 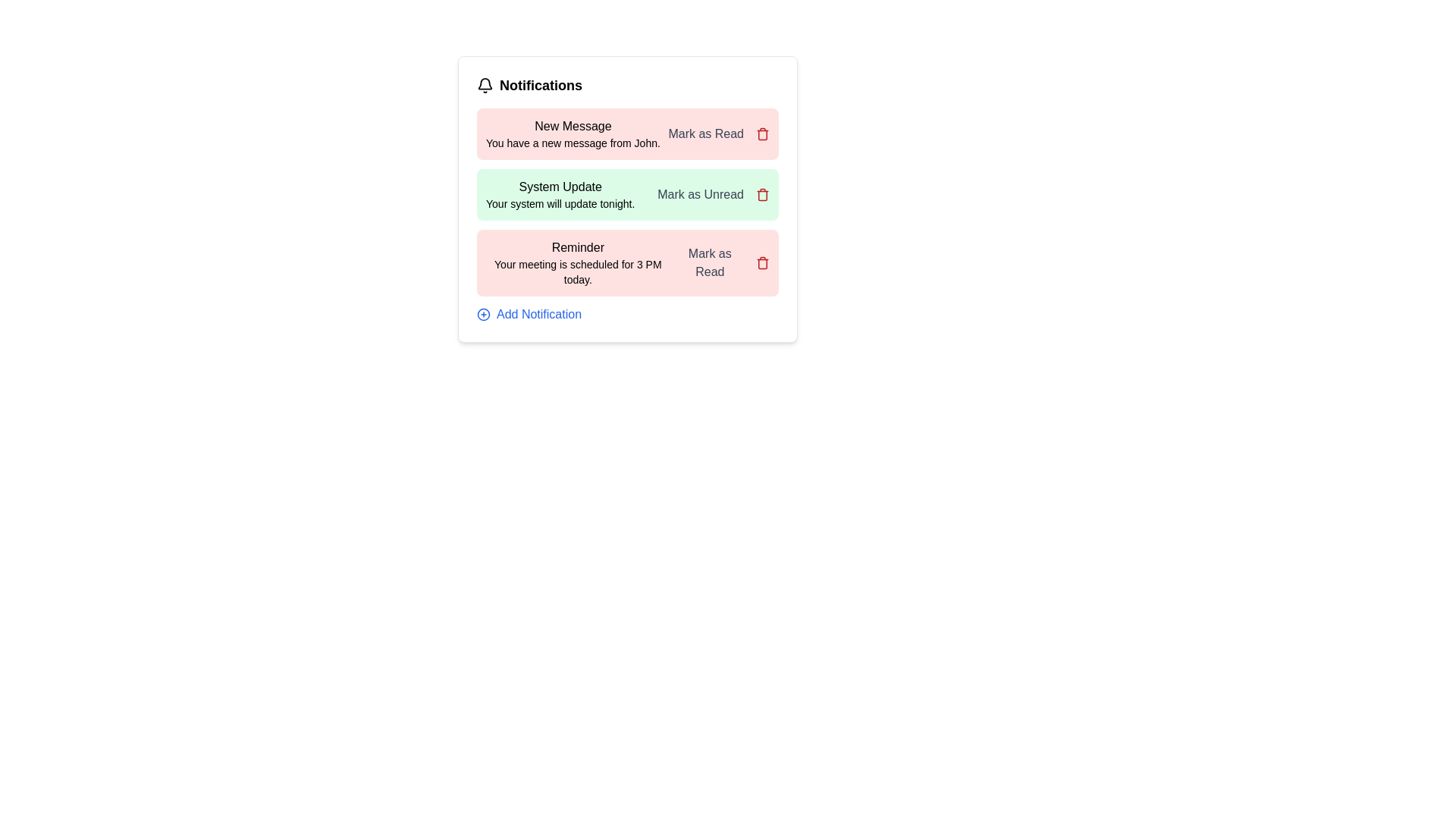 I want to click on the notification list header, so click(x=628, y=85).